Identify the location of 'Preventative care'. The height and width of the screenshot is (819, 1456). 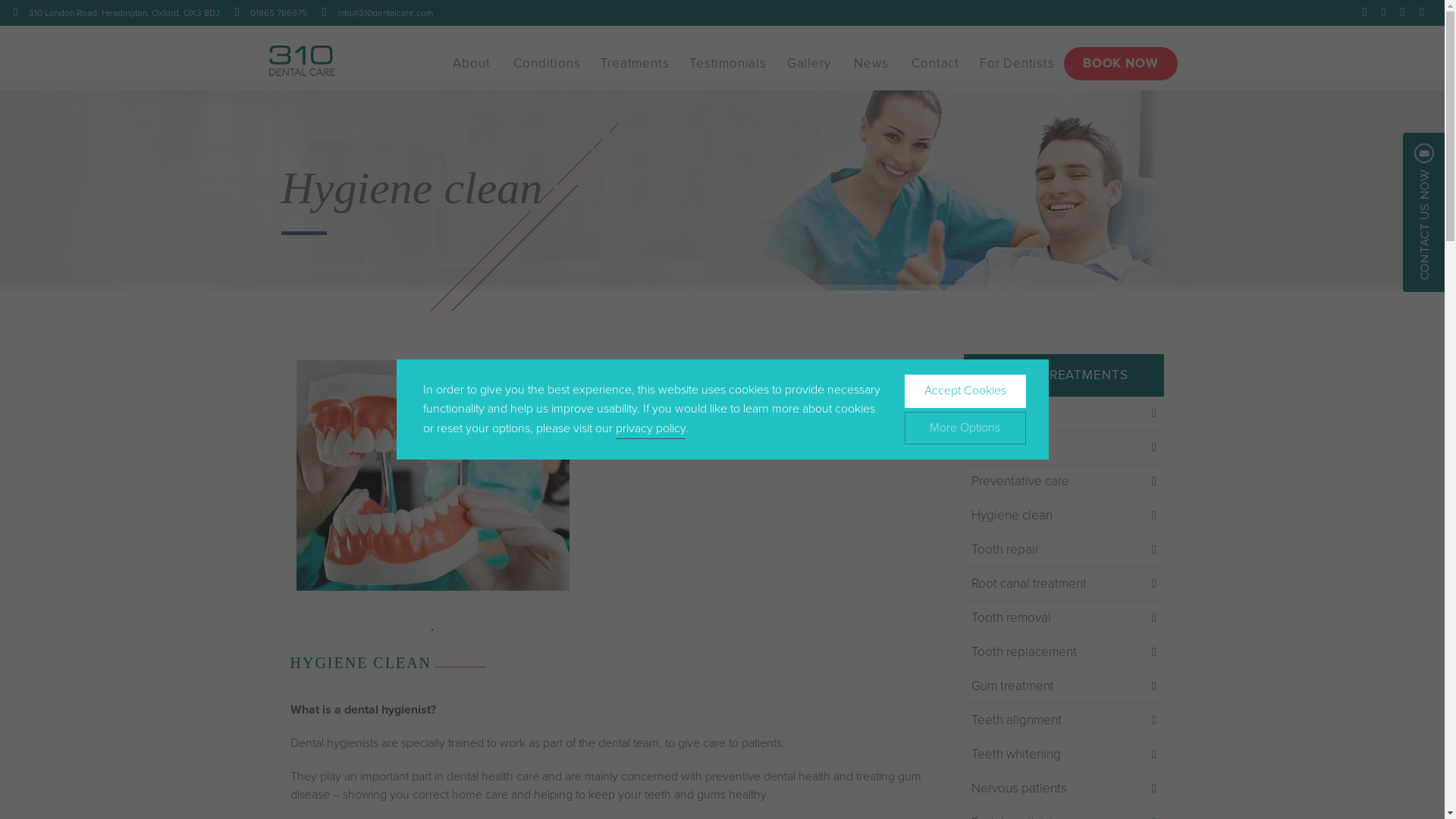
(1062, 482).